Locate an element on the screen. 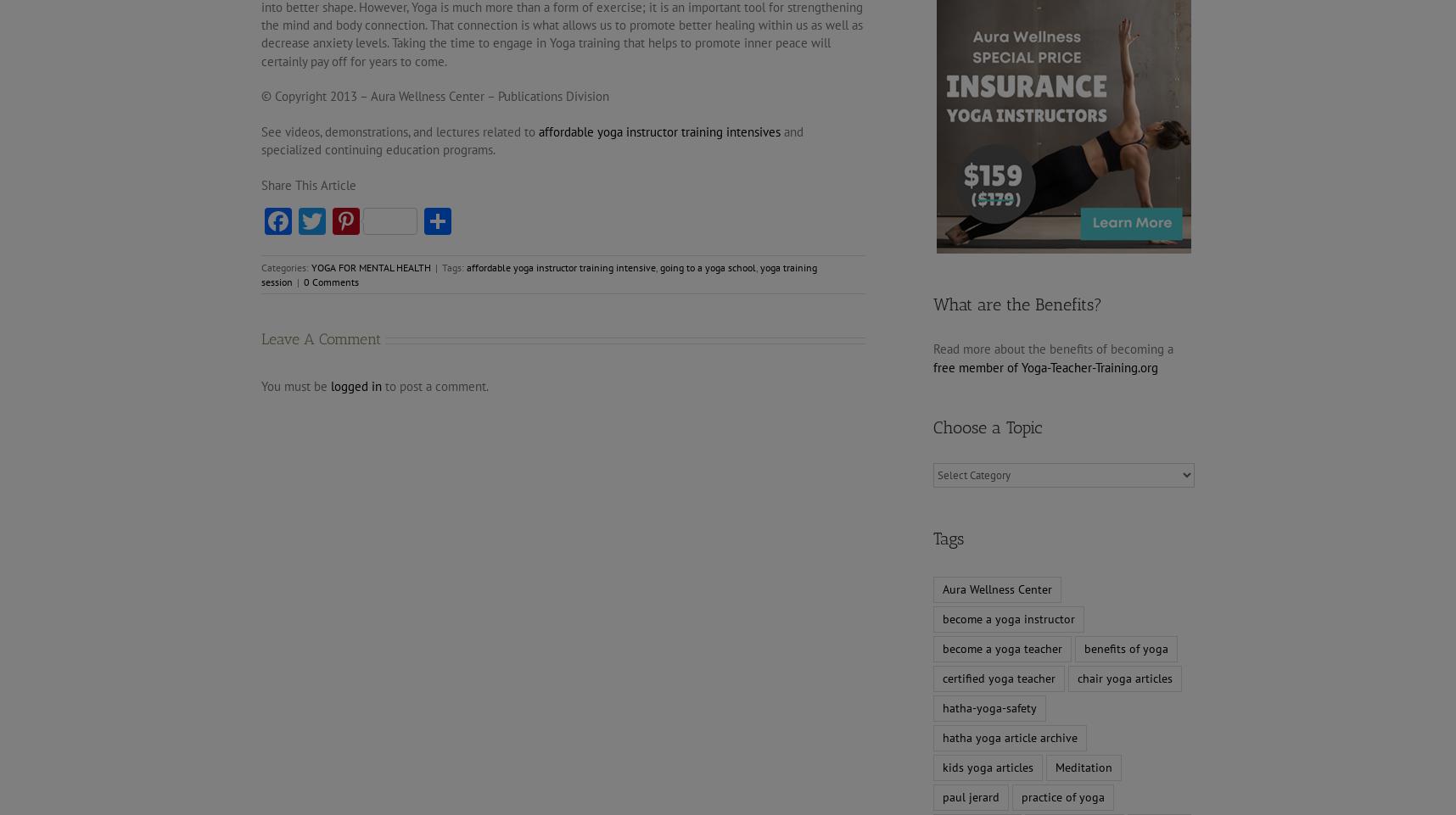 Image resolution: width=1456 pixels, height=815 pixels. 'Meditation' is located at coordinates (1084, 766).